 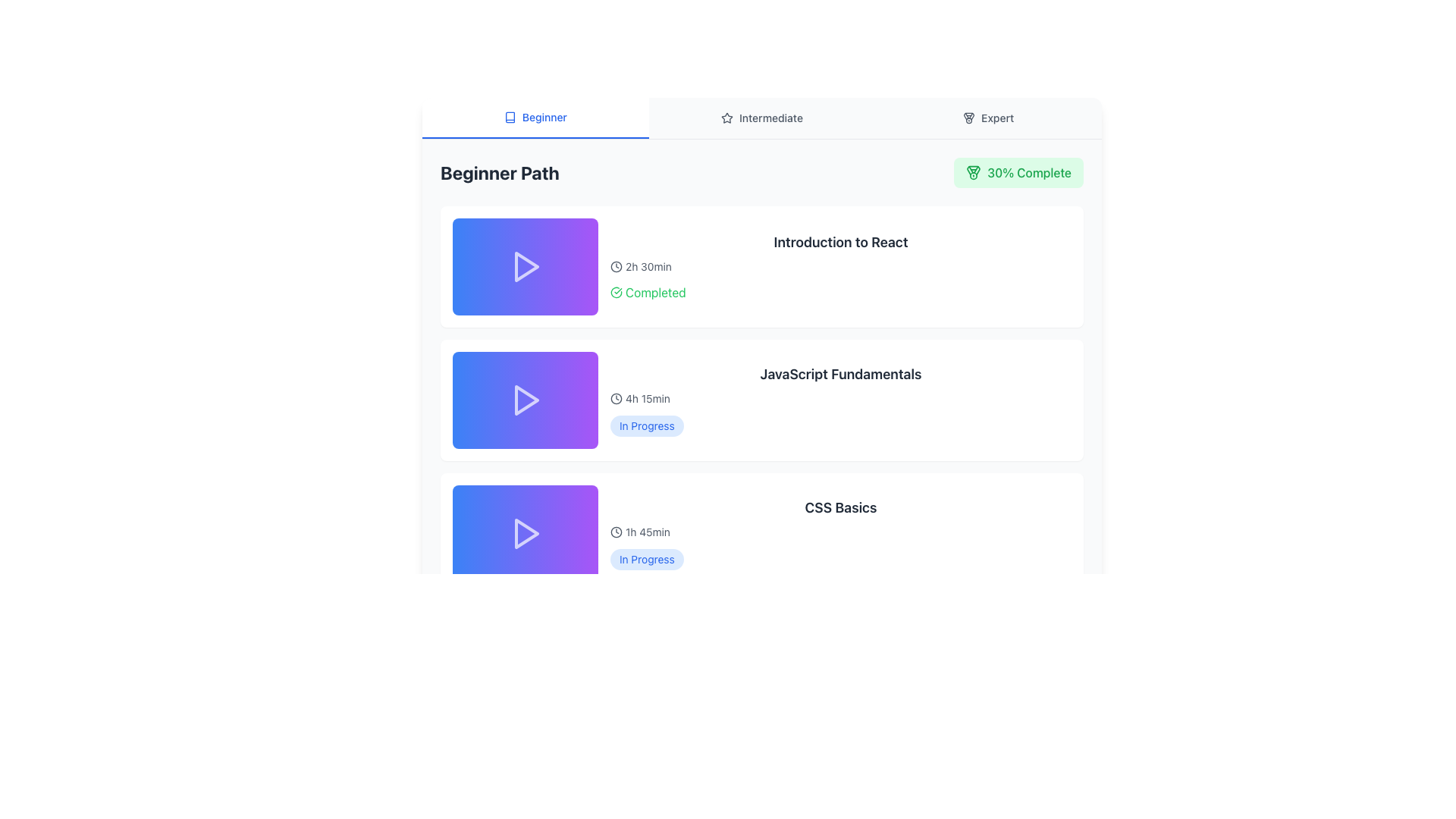 What do you see at coordinates (648, 397) in the screenshot?
I see `the text label displaying '4h 15min' located under the title 'JavaScript Fundamentals' and next to the clock icon` at bounding box center [648, 397].